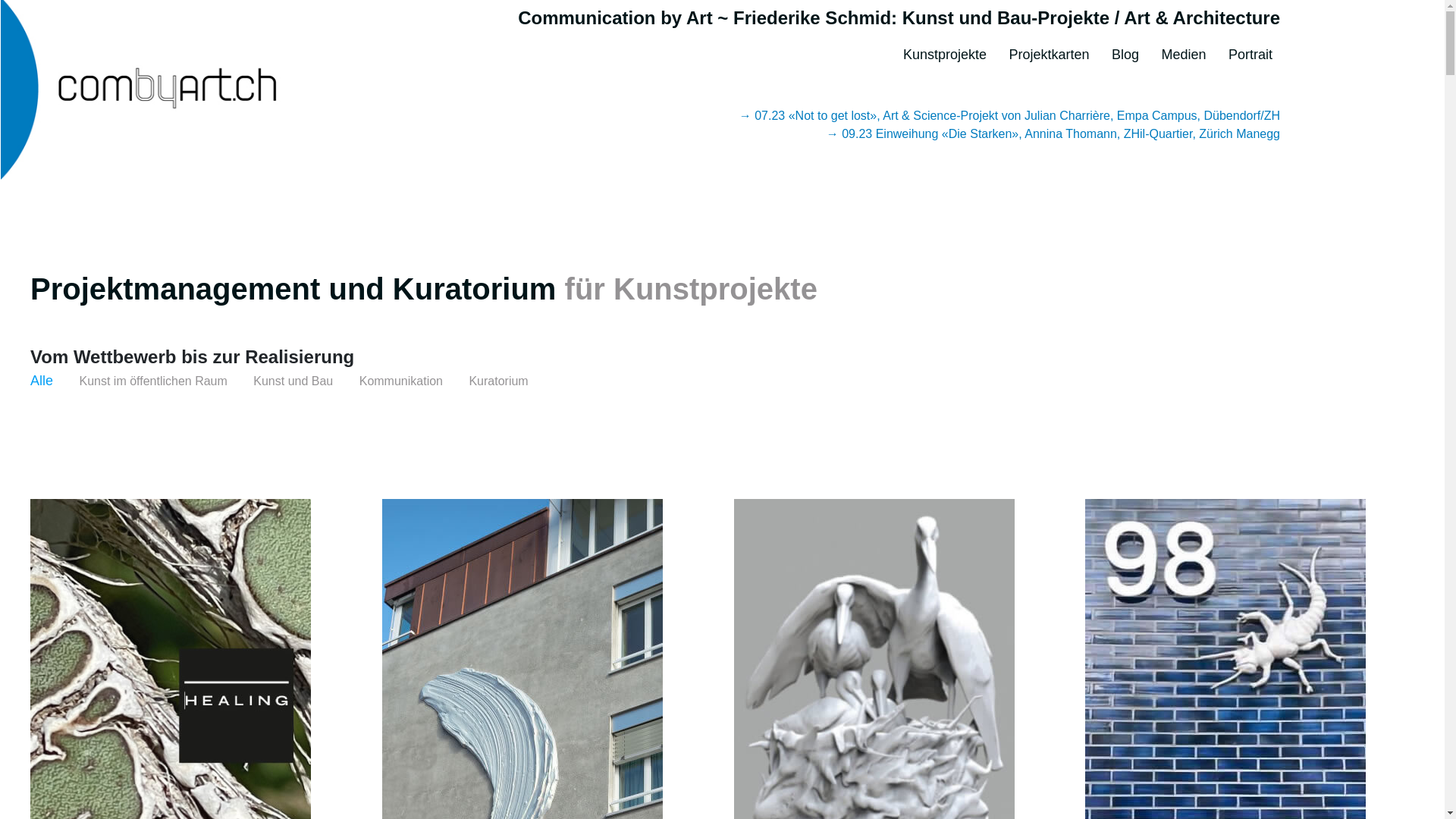 The width and height of the screenshot is (1456, 819). Describe the element at coordinates (1250, 49) in the screenshot. I see `'Portrait'` at that location.